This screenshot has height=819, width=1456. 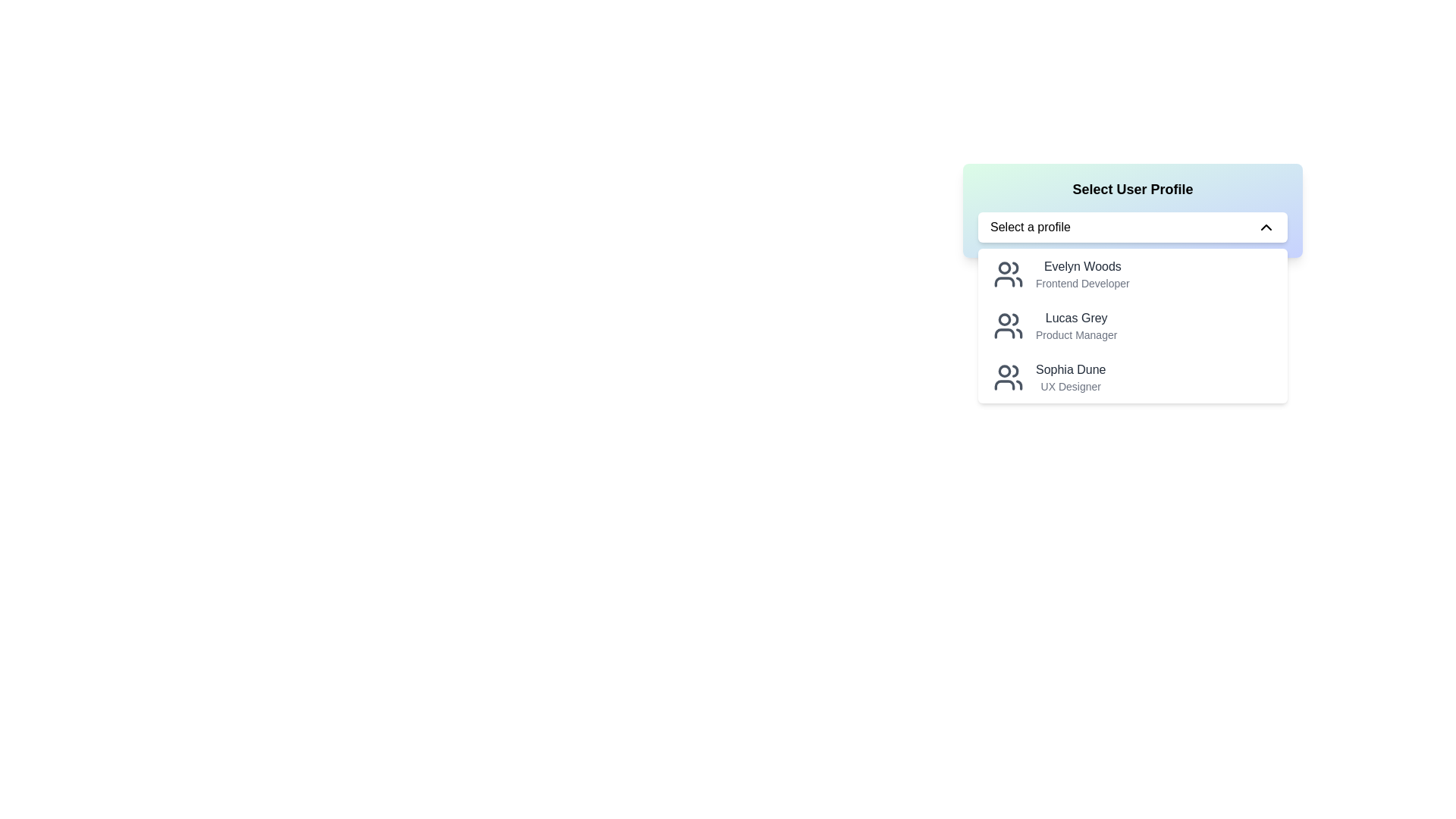 I want to click on the curved segment of the third user profile icon that resembles the top of a rectangular profile image representation, so click(x=1004, y=384).